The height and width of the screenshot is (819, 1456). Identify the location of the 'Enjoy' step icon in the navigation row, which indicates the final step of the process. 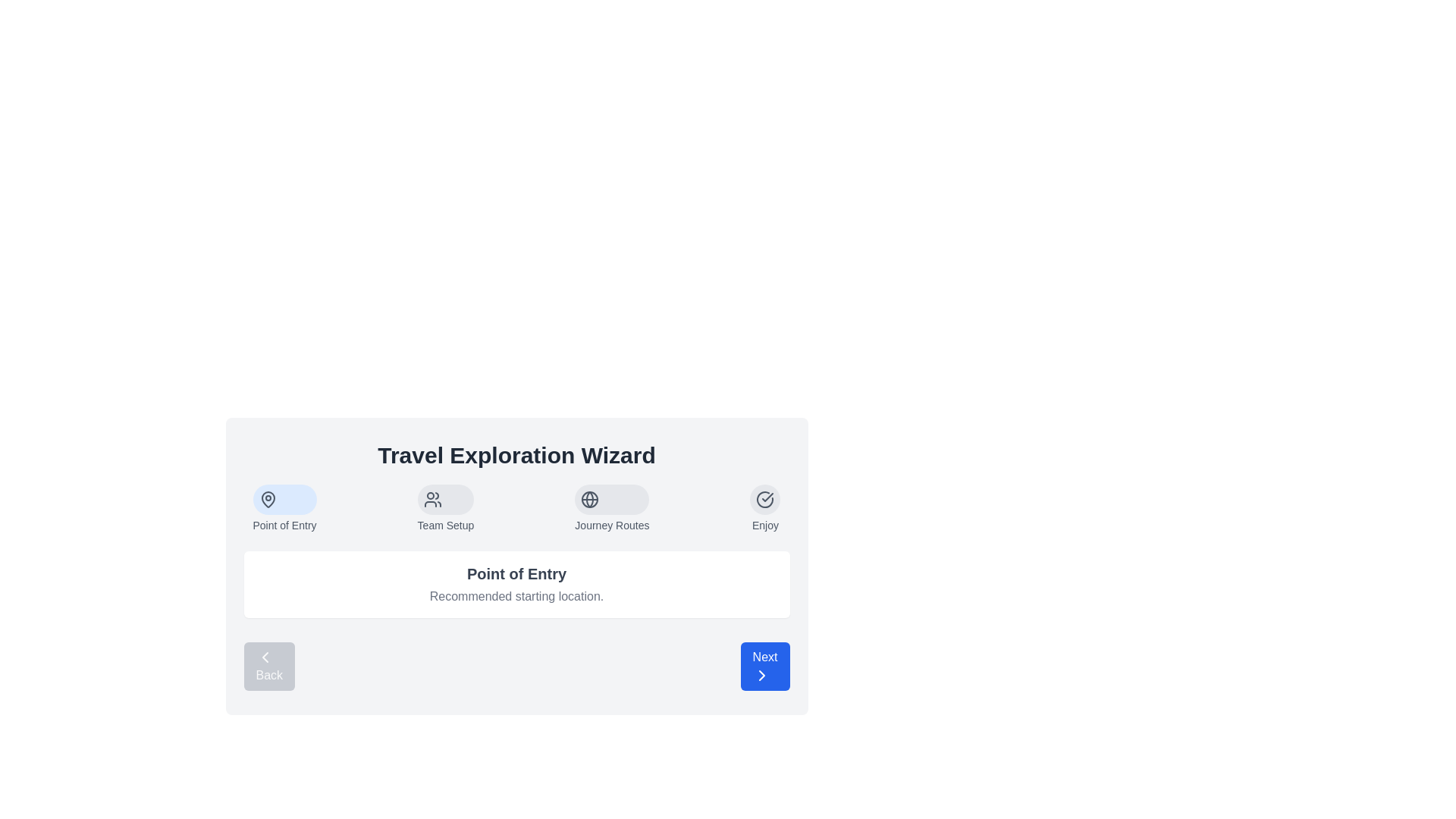
(765, 500).